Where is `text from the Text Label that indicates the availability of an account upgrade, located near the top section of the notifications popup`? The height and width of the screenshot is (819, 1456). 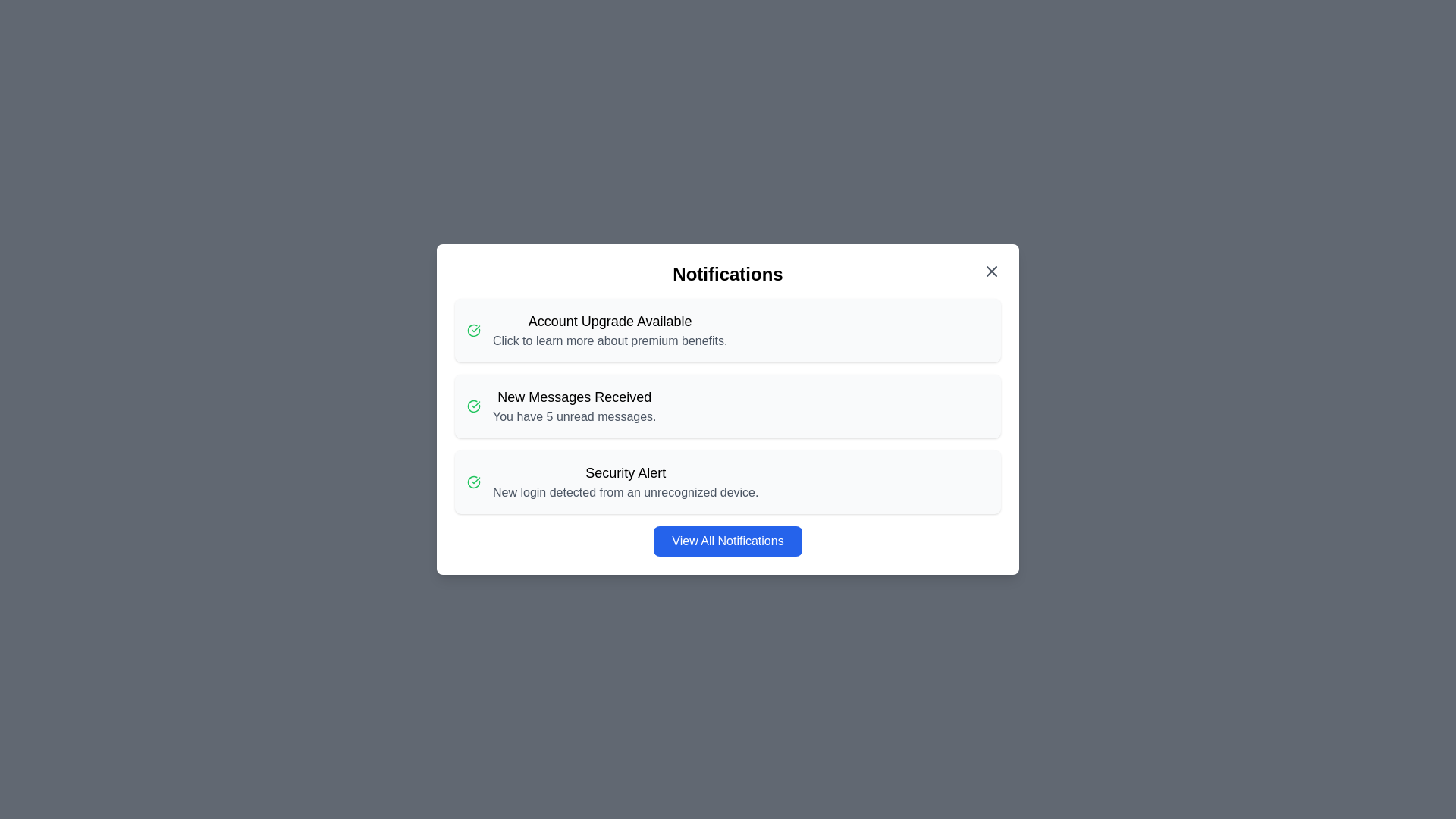
text from the Text Label that indicates the availability of an account upgrade, located near the top section of the notifications popup is located at coordinates (610, 321).